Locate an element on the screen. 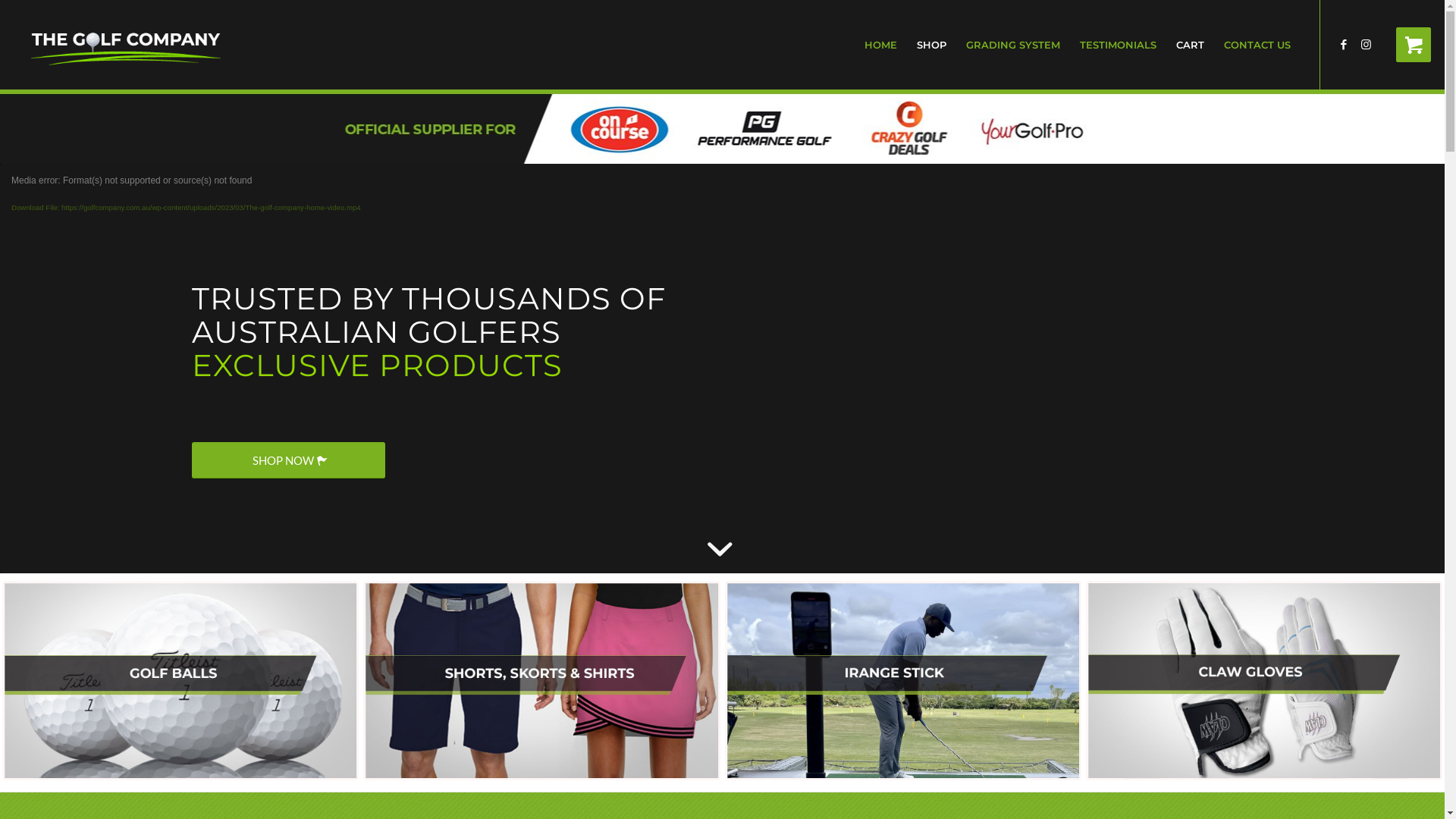 Image resolution: width=1456 pixels, height=819 pixels. 'TESTIMONIALS' is located at coordinates (1118, 43).